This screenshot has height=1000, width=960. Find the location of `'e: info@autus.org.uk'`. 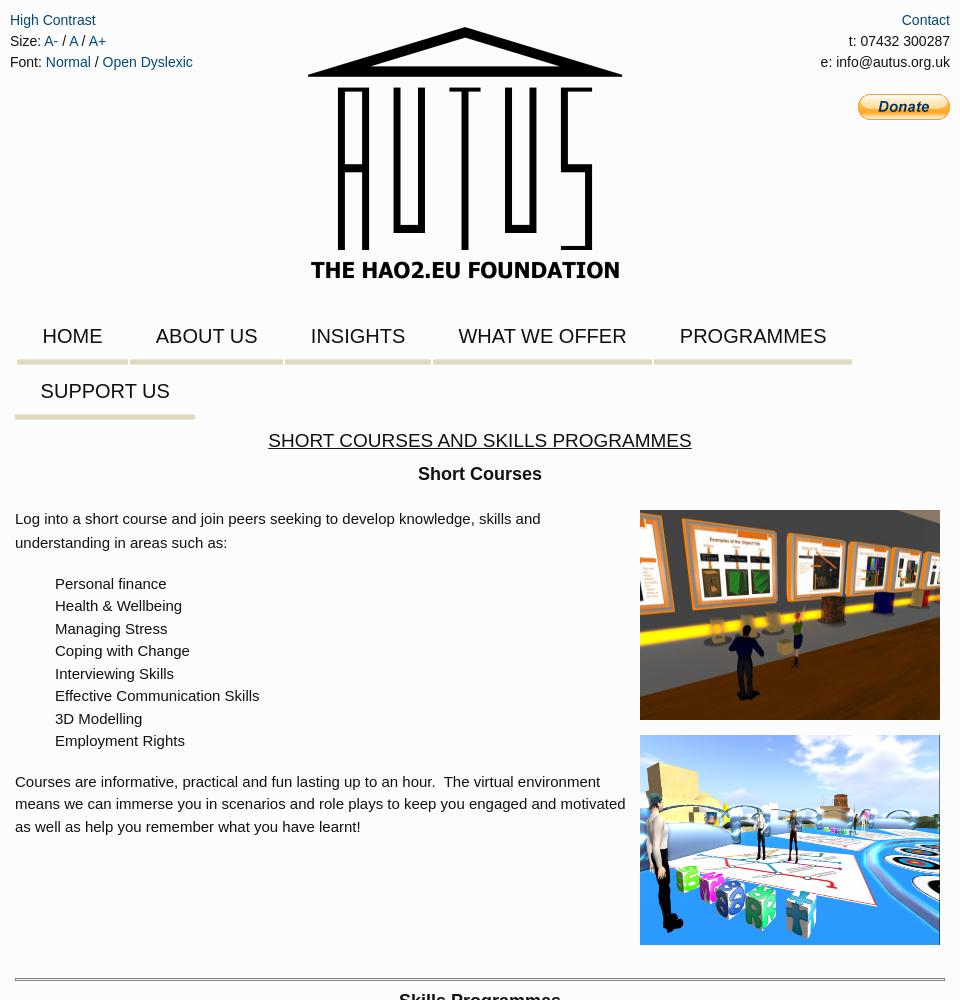

'e: info@autus.org.uk' is located at coordinates (884, 62).